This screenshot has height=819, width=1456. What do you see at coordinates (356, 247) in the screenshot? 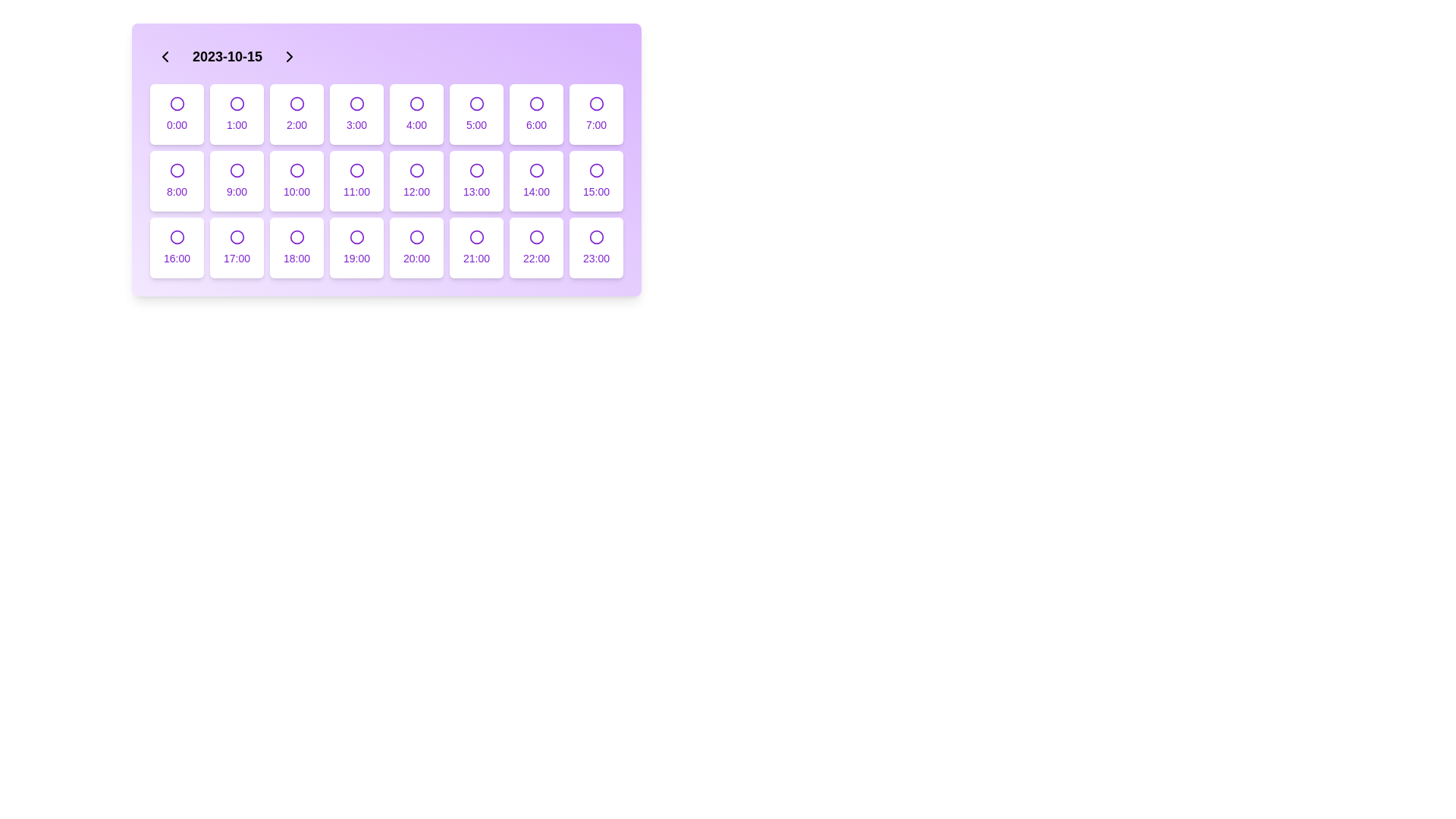
I see `the selectable time slot button for 7:00 PM` at bounding box center [356, 247].